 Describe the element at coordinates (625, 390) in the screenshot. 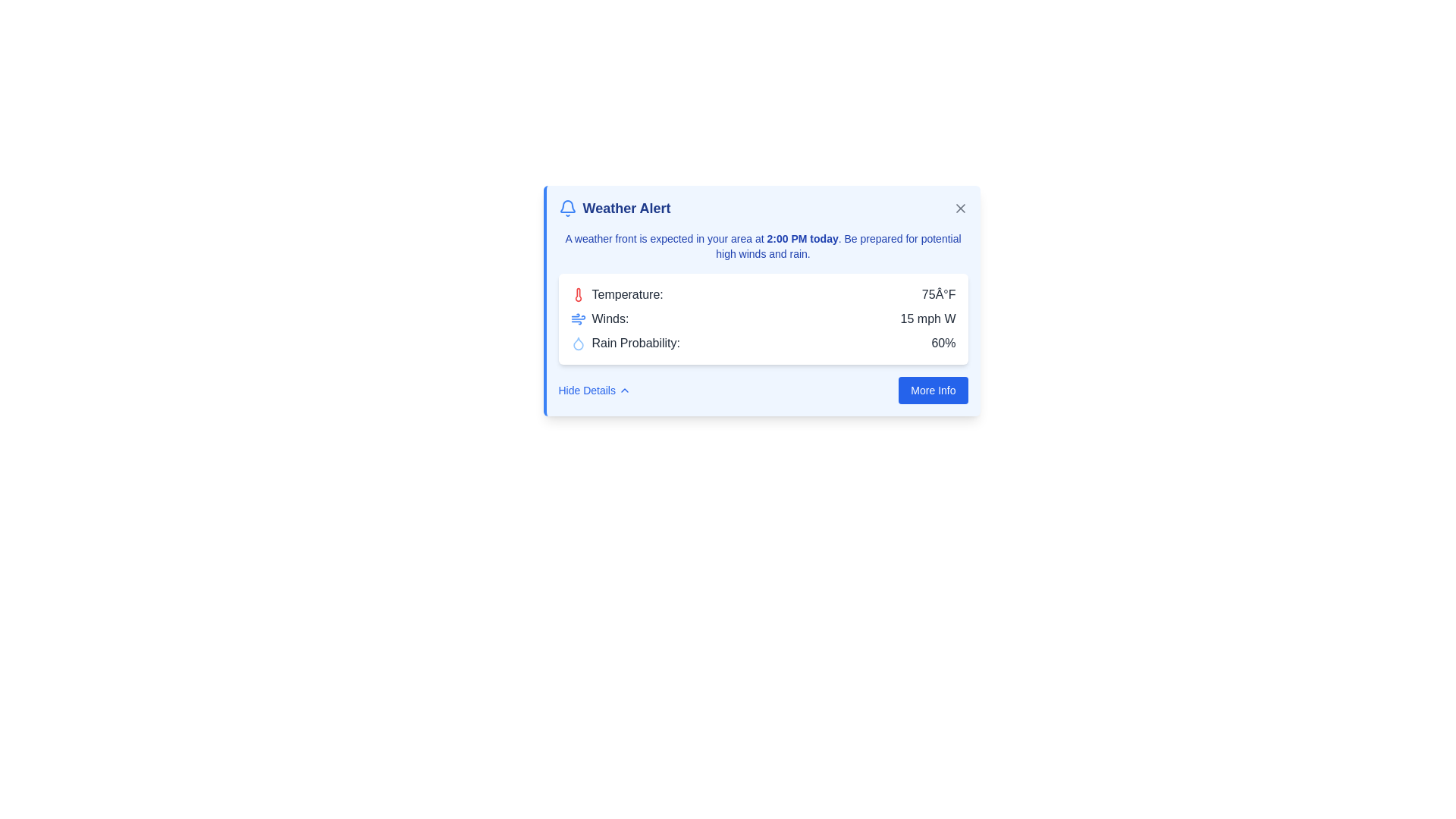

I see `the chevron icon located to the right of the 'Hide Details' text in the weather alert dialog` at that location.